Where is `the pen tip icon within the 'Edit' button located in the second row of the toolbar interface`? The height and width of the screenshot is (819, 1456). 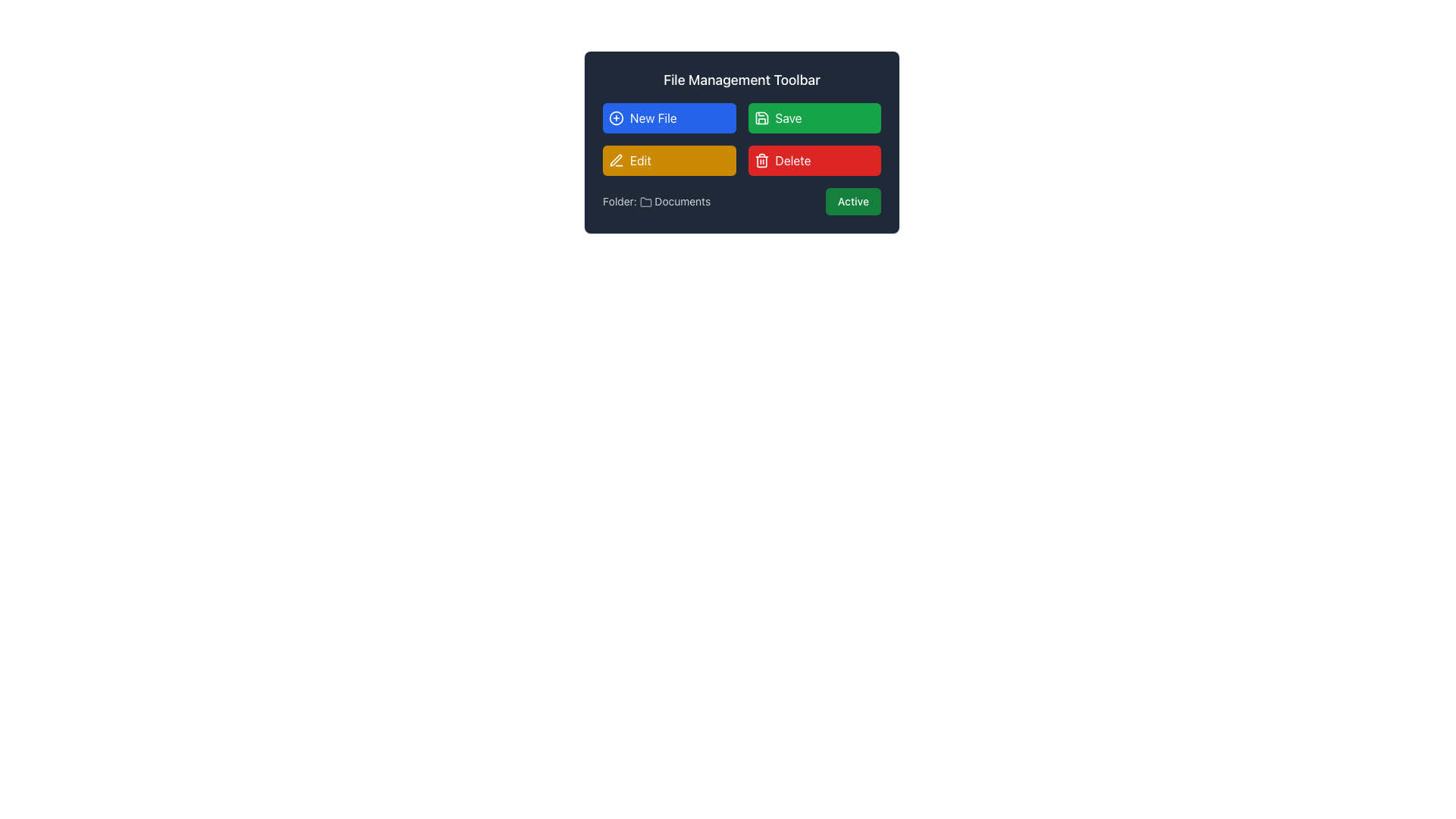 the pen tip icon within the 'Edit' button located in the second row of the toolbar interface is located at coordinates (616, 160).